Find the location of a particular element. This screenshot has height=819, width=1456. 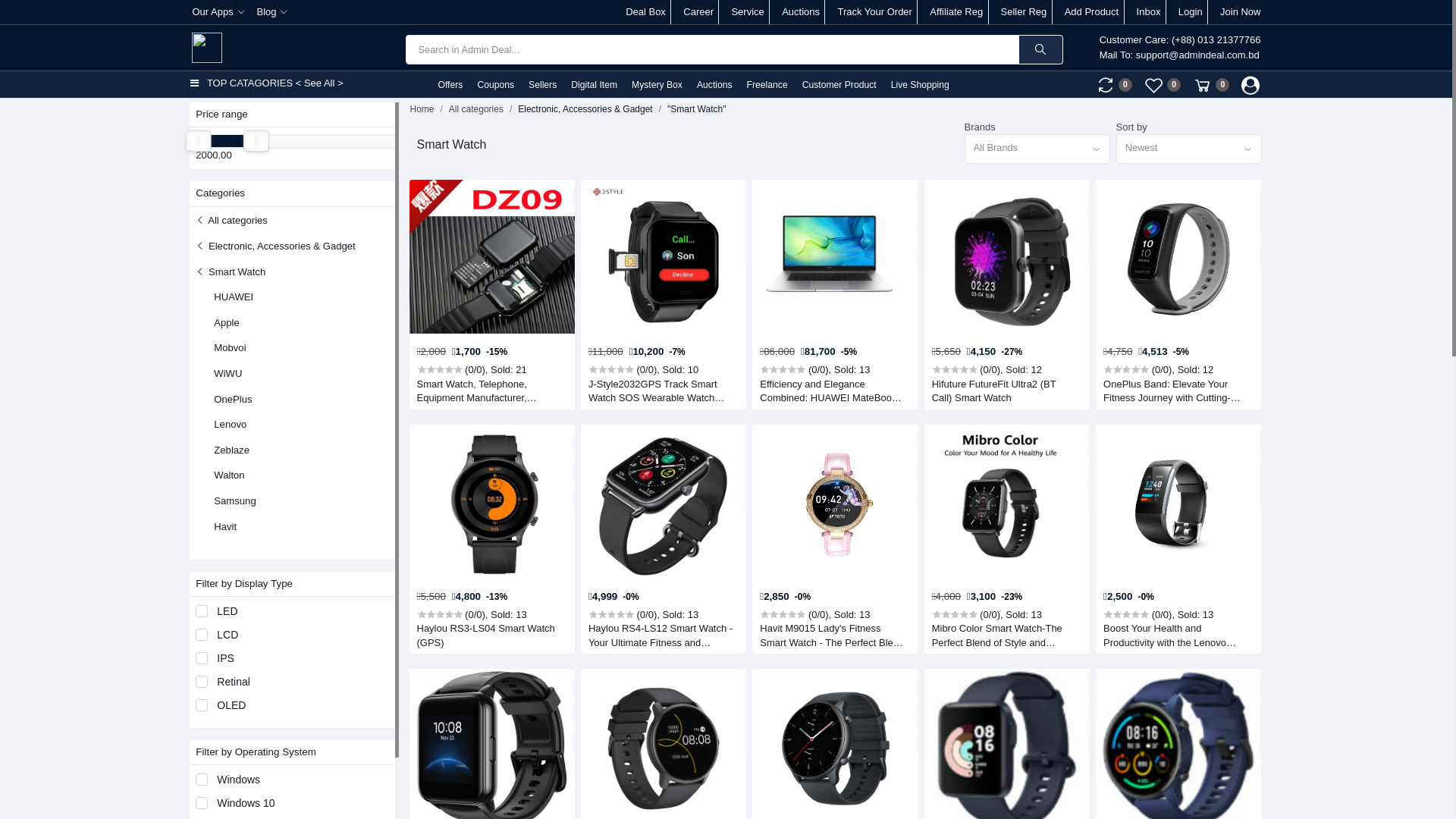

'0' is located at coordinates (1113, 84).